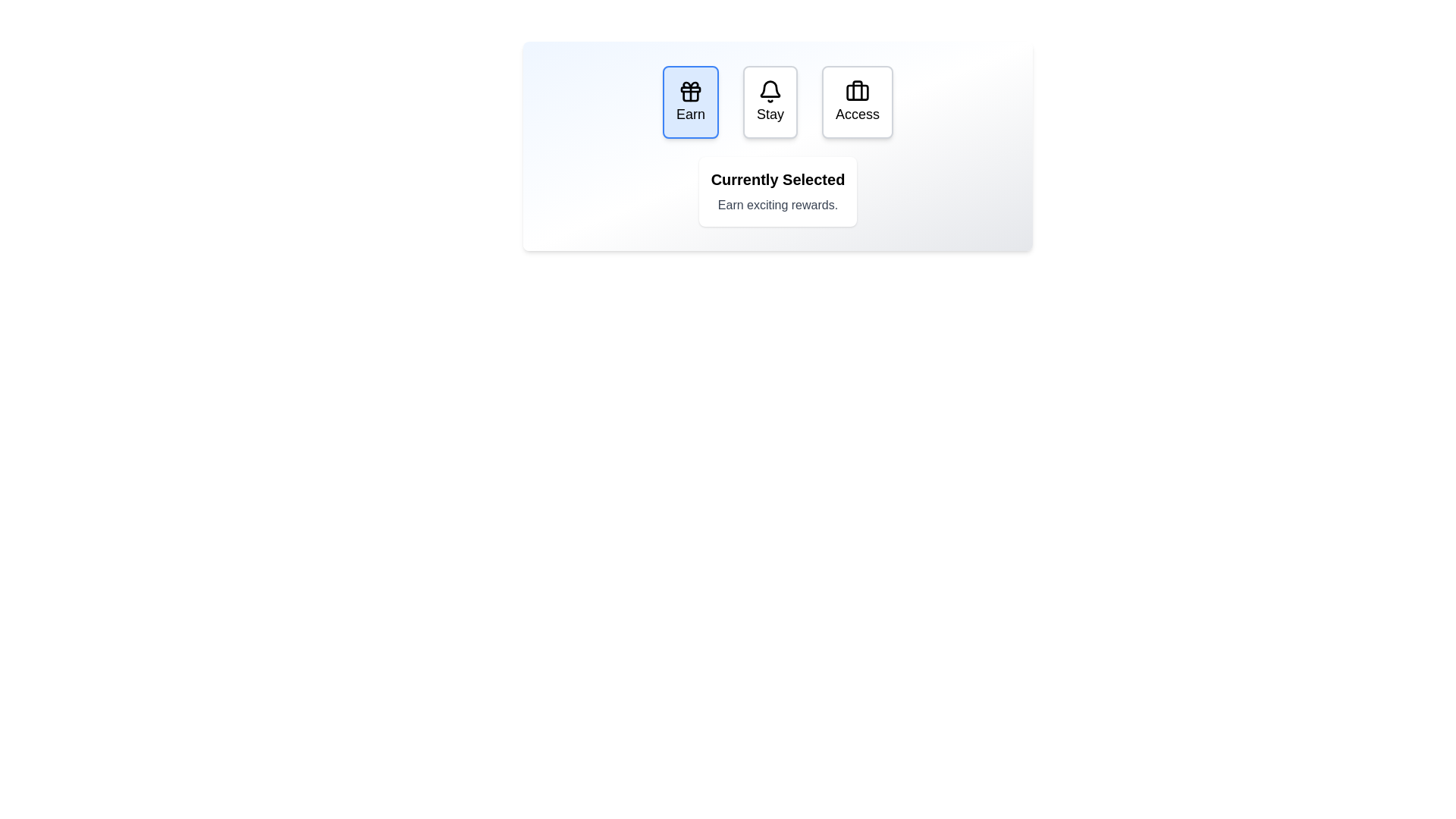  Describe the element at coordinates (858, 91) in the screenshot. I see `the icon representing the 'Access' feature, which is located in the center of the 'Access' card above the text 'Access'` at that location.